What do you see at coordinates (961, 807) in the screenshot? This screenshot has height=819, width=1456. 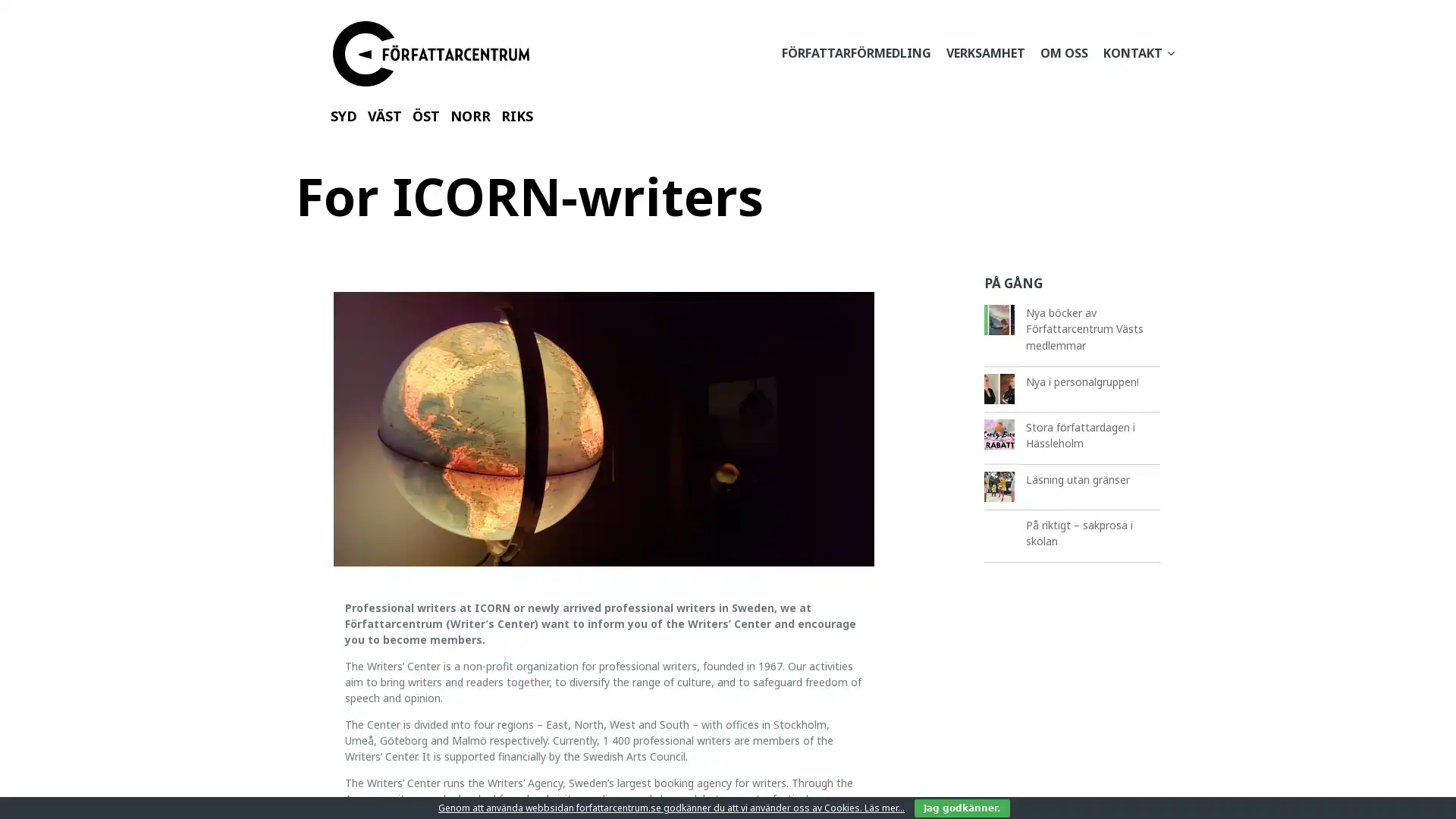 I see `Jag godkanner.` at bounding box center [961, 807].